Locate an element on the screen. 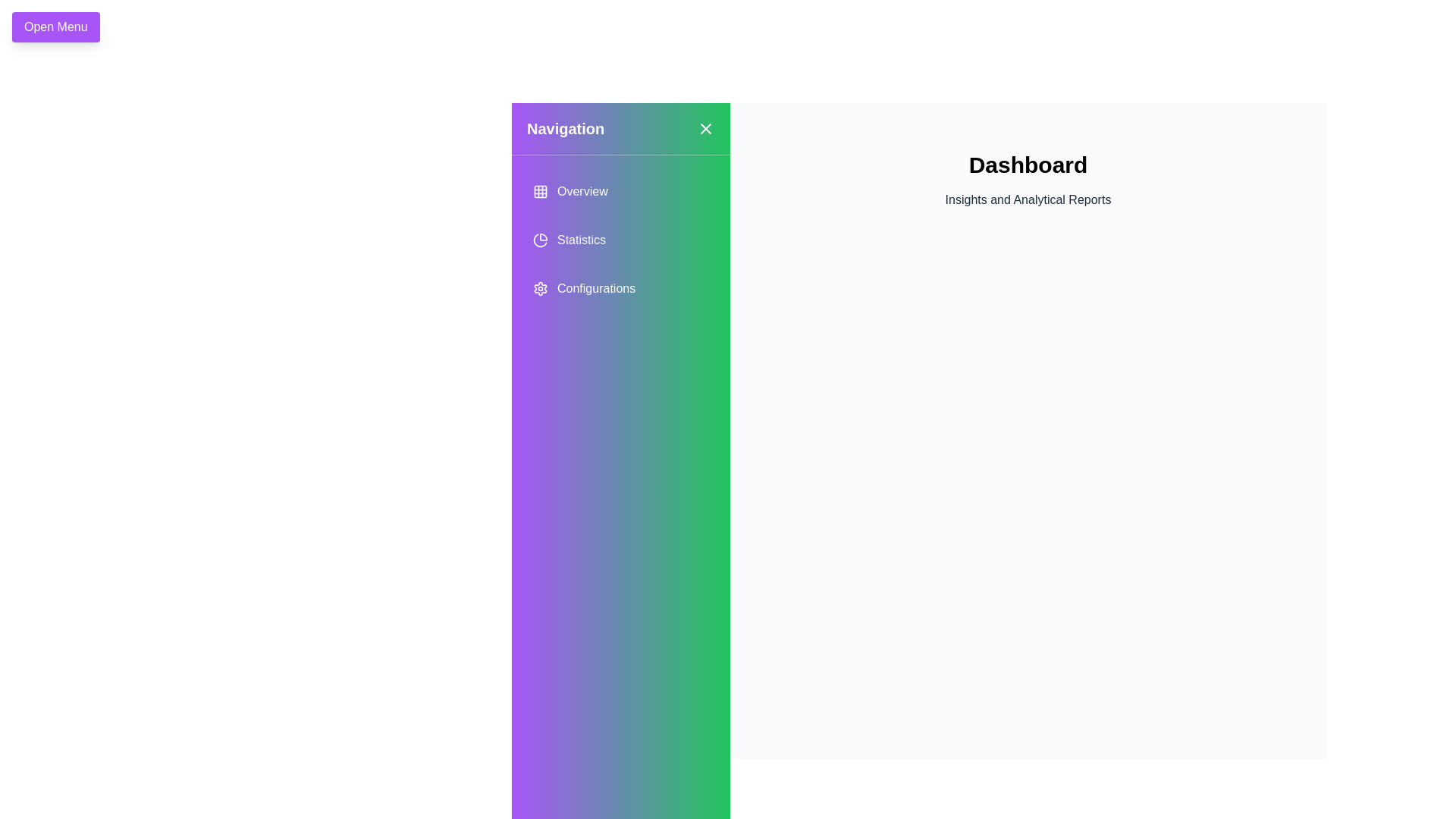  the navigation item labeled Overview is located at coordinates (621, 191).